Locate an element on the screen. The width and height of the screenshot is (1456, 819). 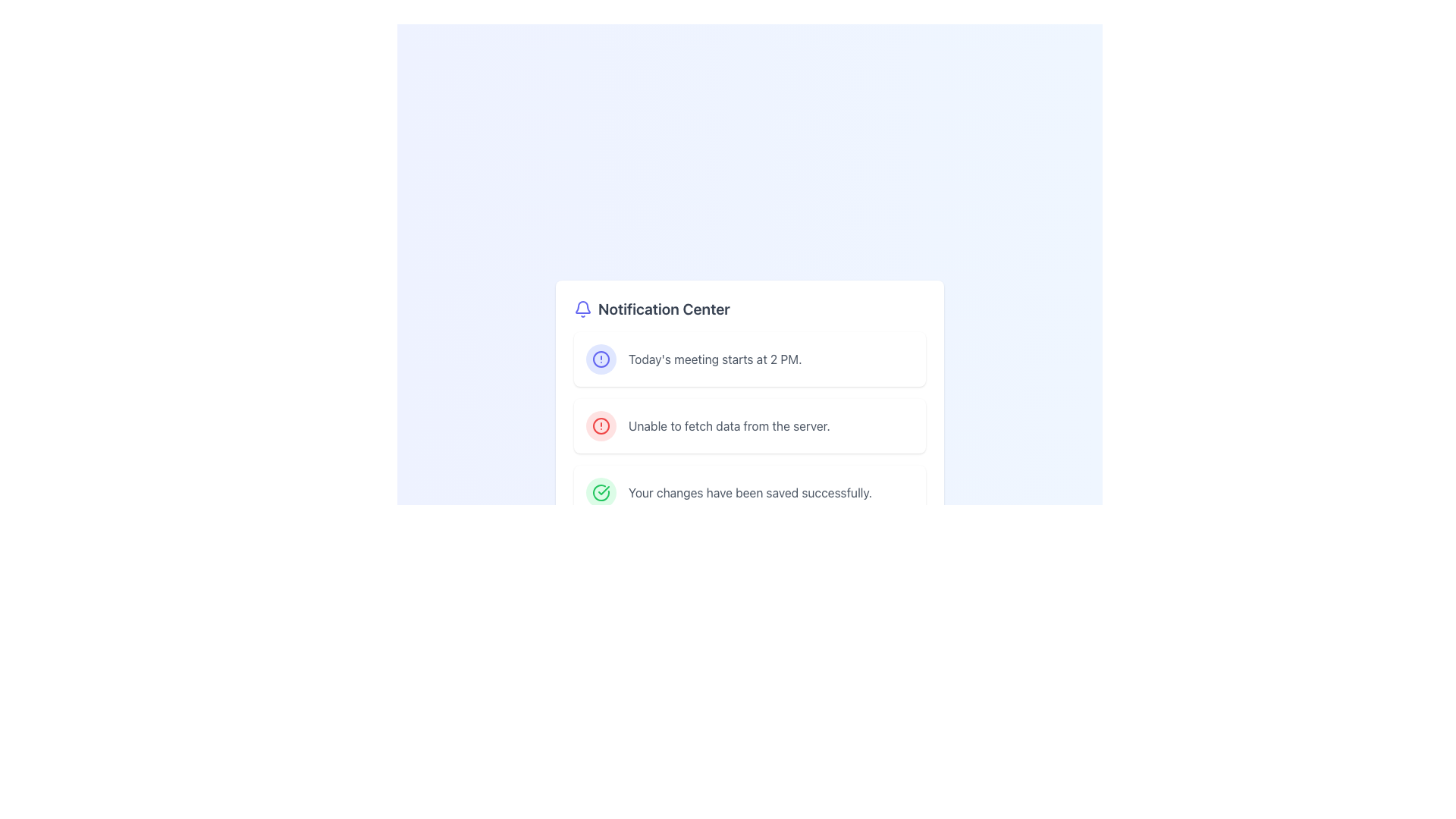
text label displaying 'Your changes have been saved successfully.' located in the Notification Center panel, which is aligned horizontally next to a green circular icon with a checkmark is located at coordinates (750, 493).